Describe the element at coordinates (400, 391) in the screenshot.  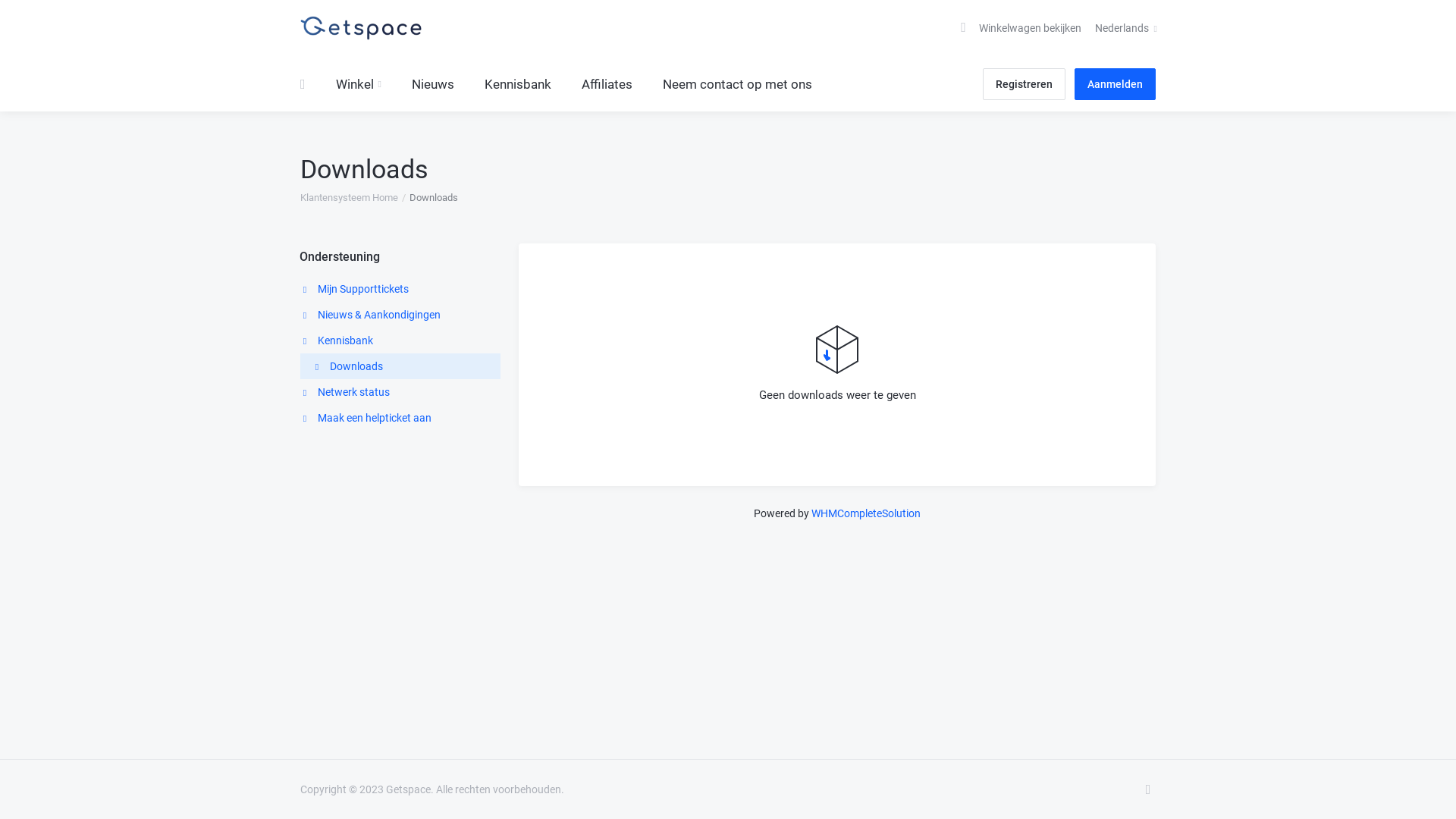
I see `'Netwerk status'` at that location.